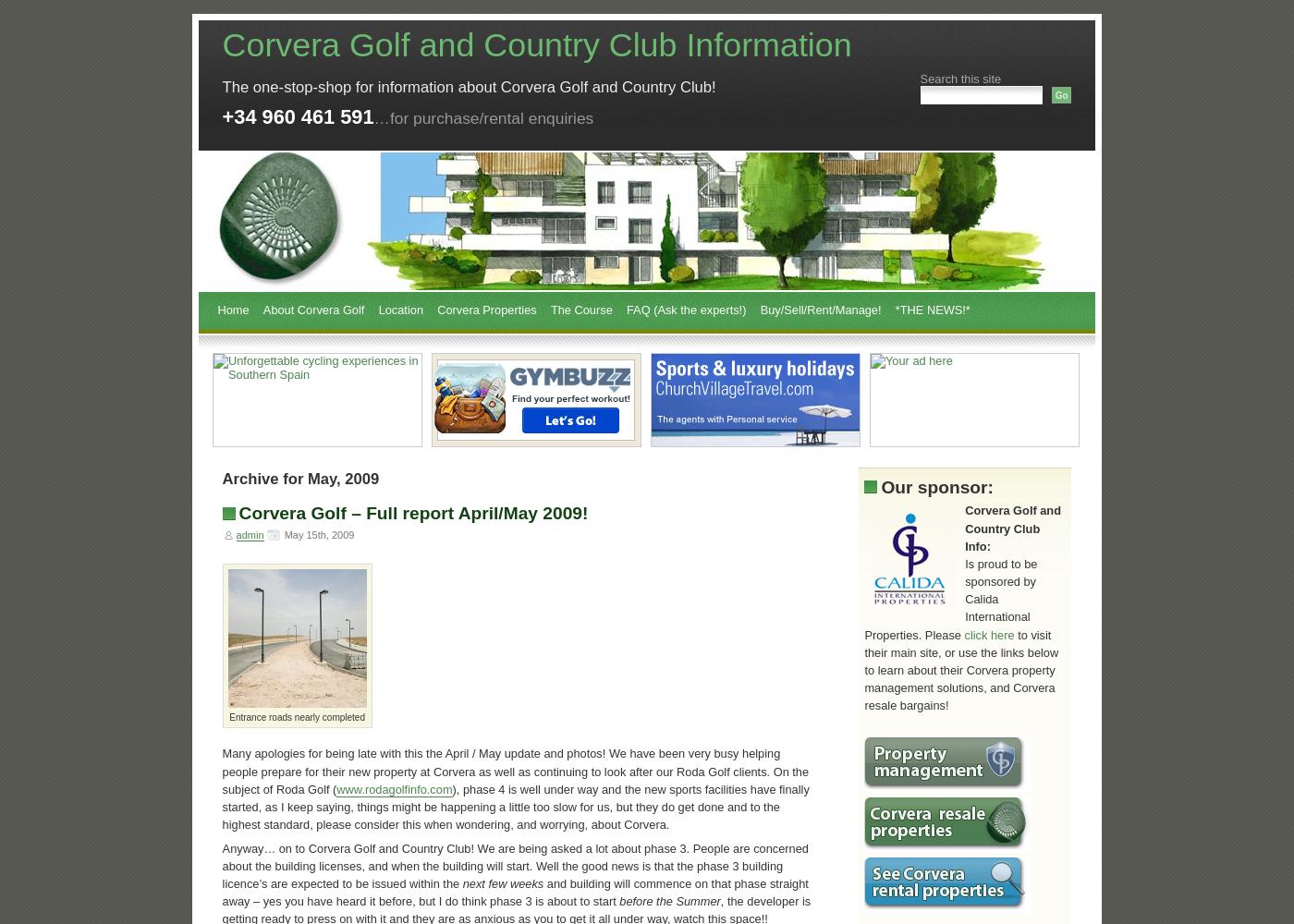 This screenshot has height=924, width=1294. Describe the element at coordinates (413, 513) in the screenshot. I see `'Corvera Golf – Full report April/May 2009!'` at that location.